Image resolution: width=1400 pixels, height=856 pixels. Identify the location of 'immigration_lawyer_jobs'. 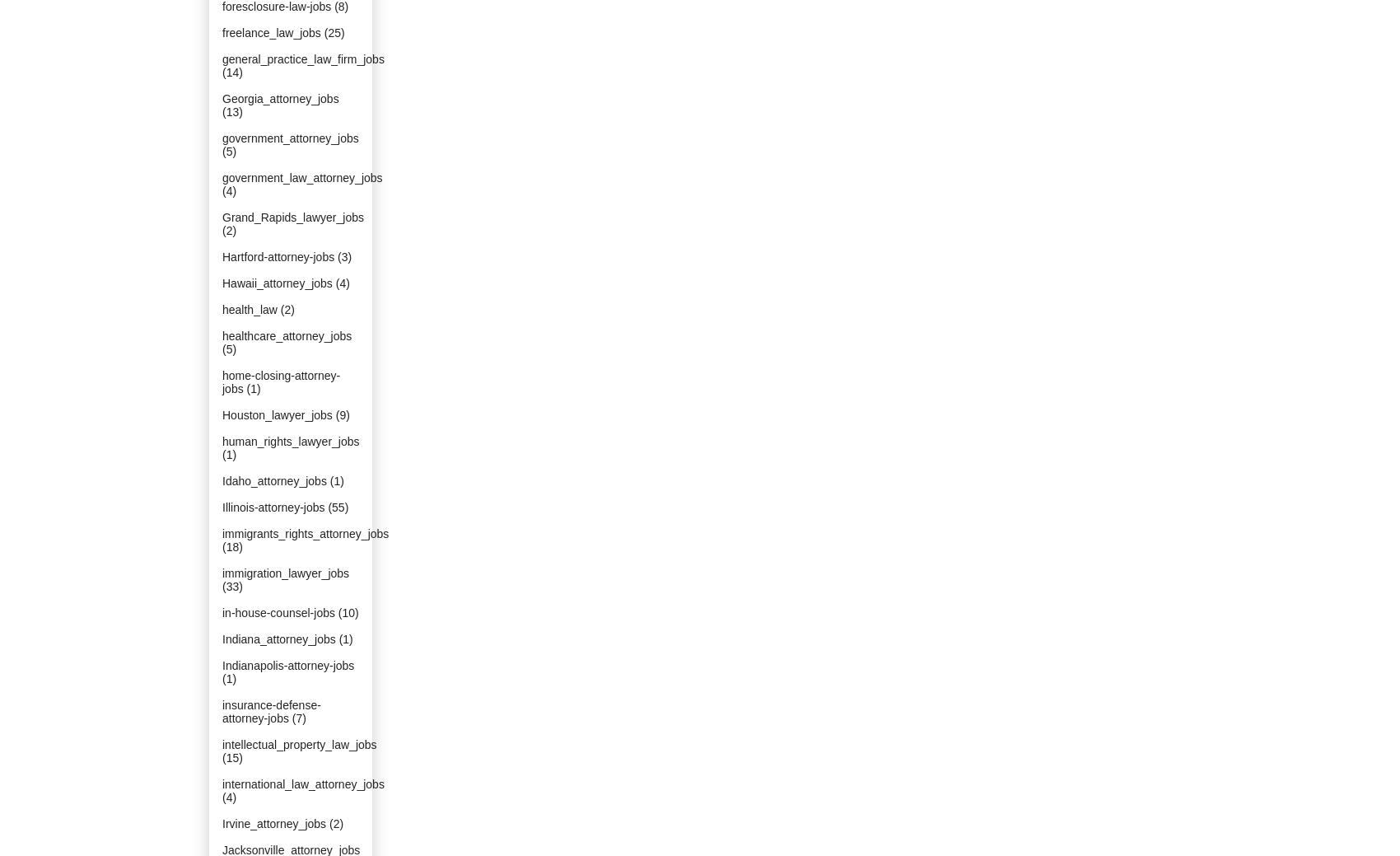
(284, 573).